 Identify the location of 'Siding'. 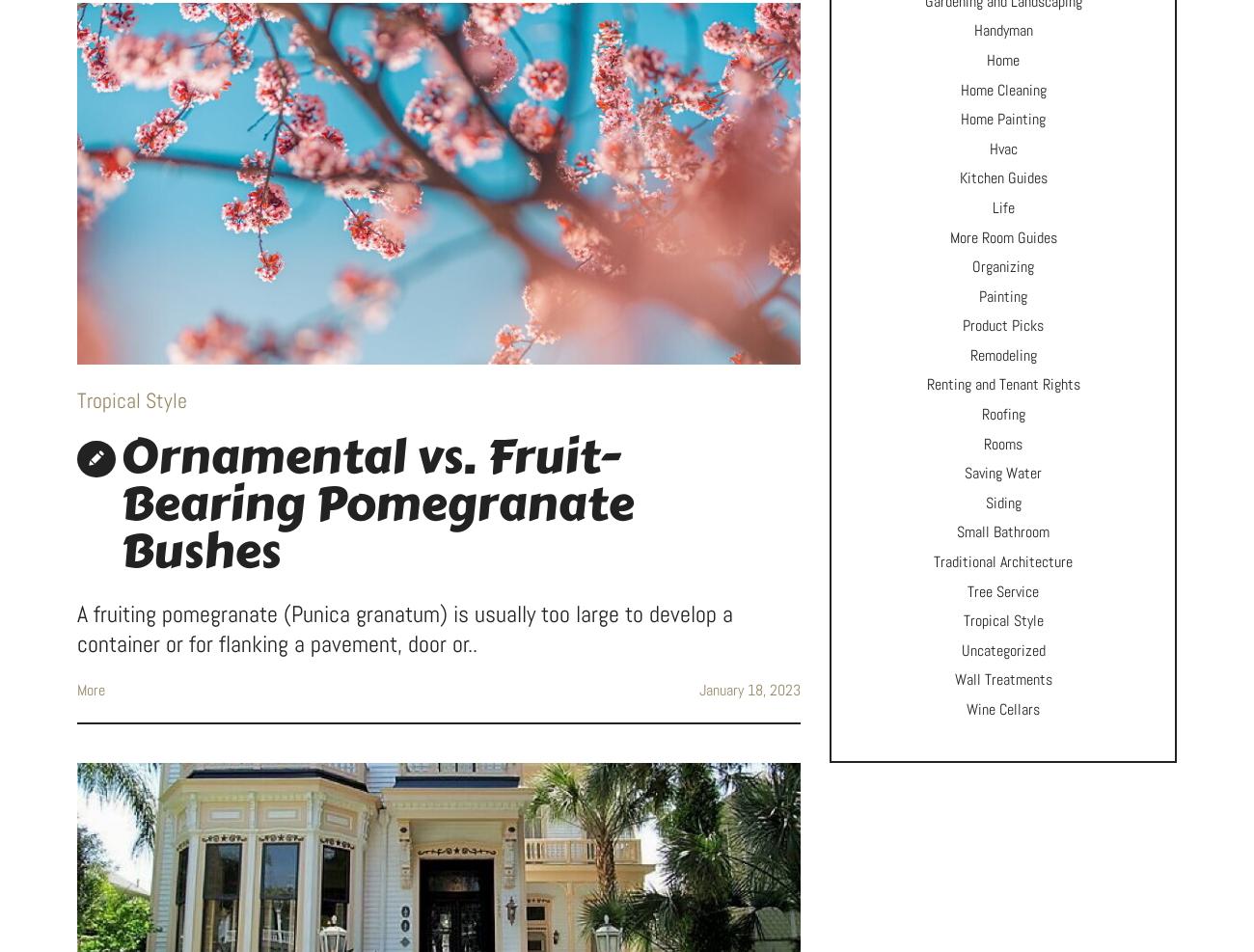
(1002, 502).